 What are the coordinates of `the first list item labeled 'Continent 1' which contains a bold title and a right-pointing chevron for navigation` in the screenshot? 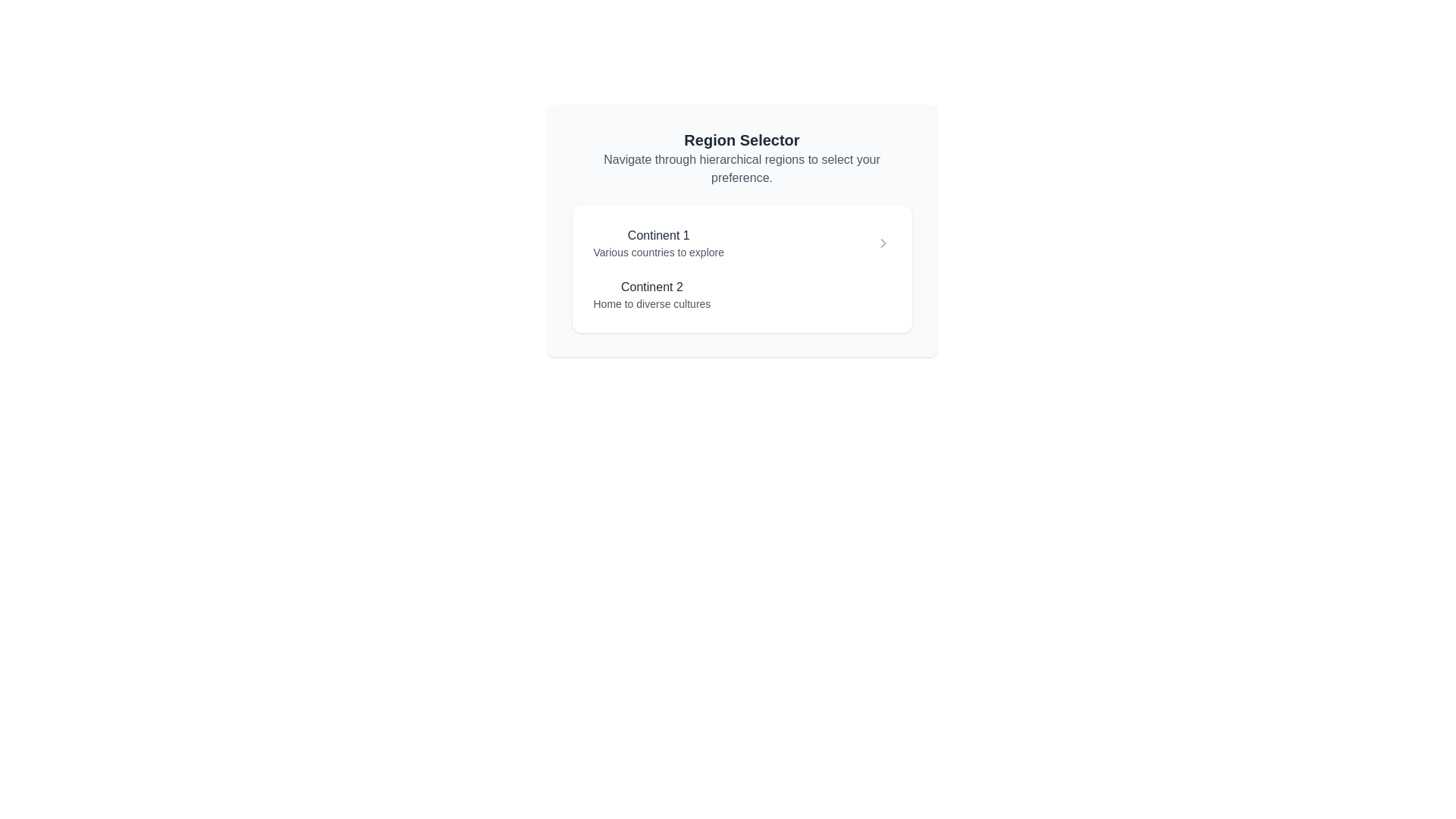 It's located at (742, 242).